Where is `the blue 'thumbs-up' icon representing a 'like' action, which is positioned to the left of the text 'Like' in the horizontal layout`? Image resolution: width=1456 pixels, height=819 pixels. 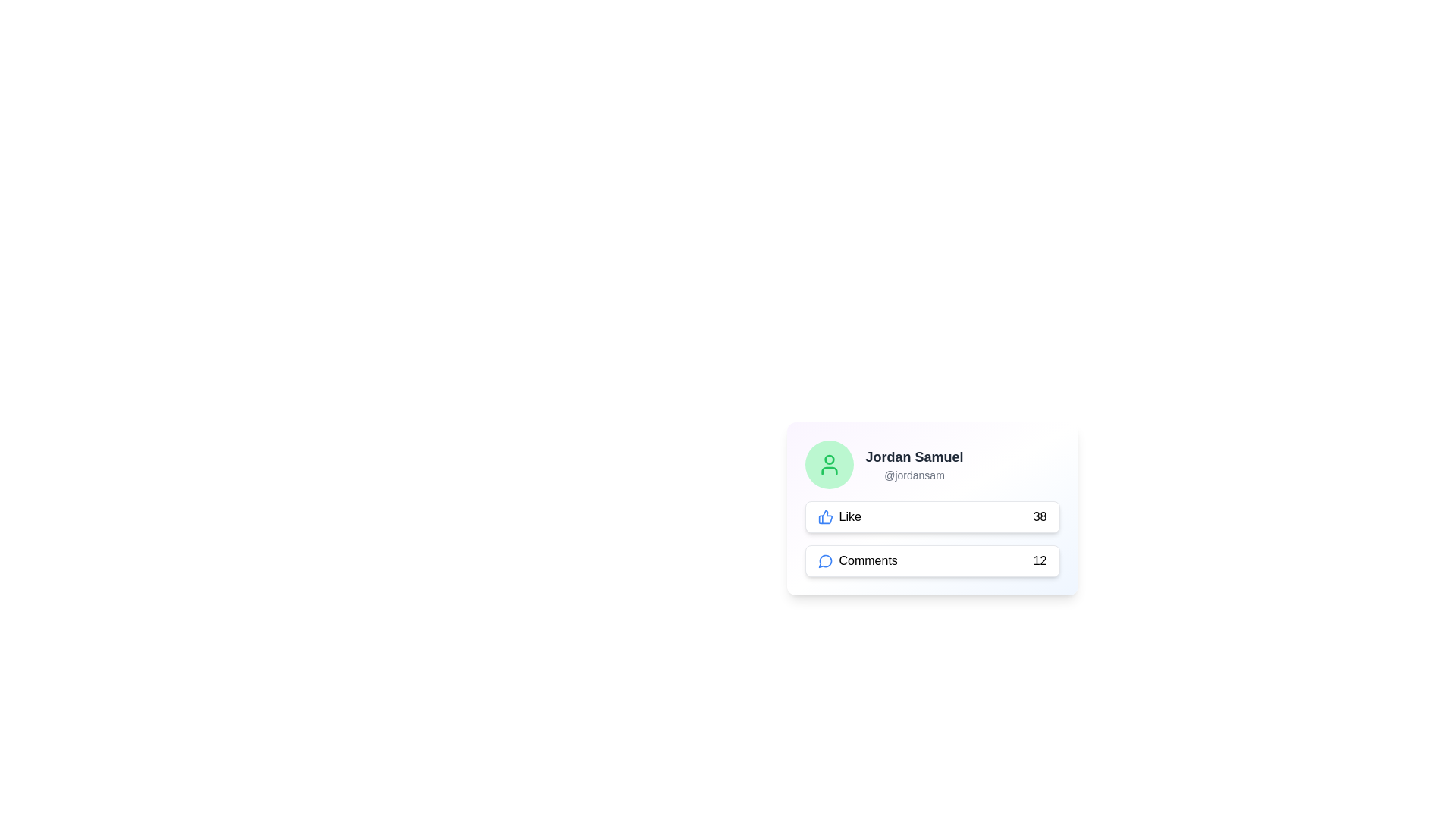 the blue 'thumbs-up' icon representing a 'like' action, which is positioned to the left of the text 'Like' in the horizontal layout is located at coordinates (824, 516).